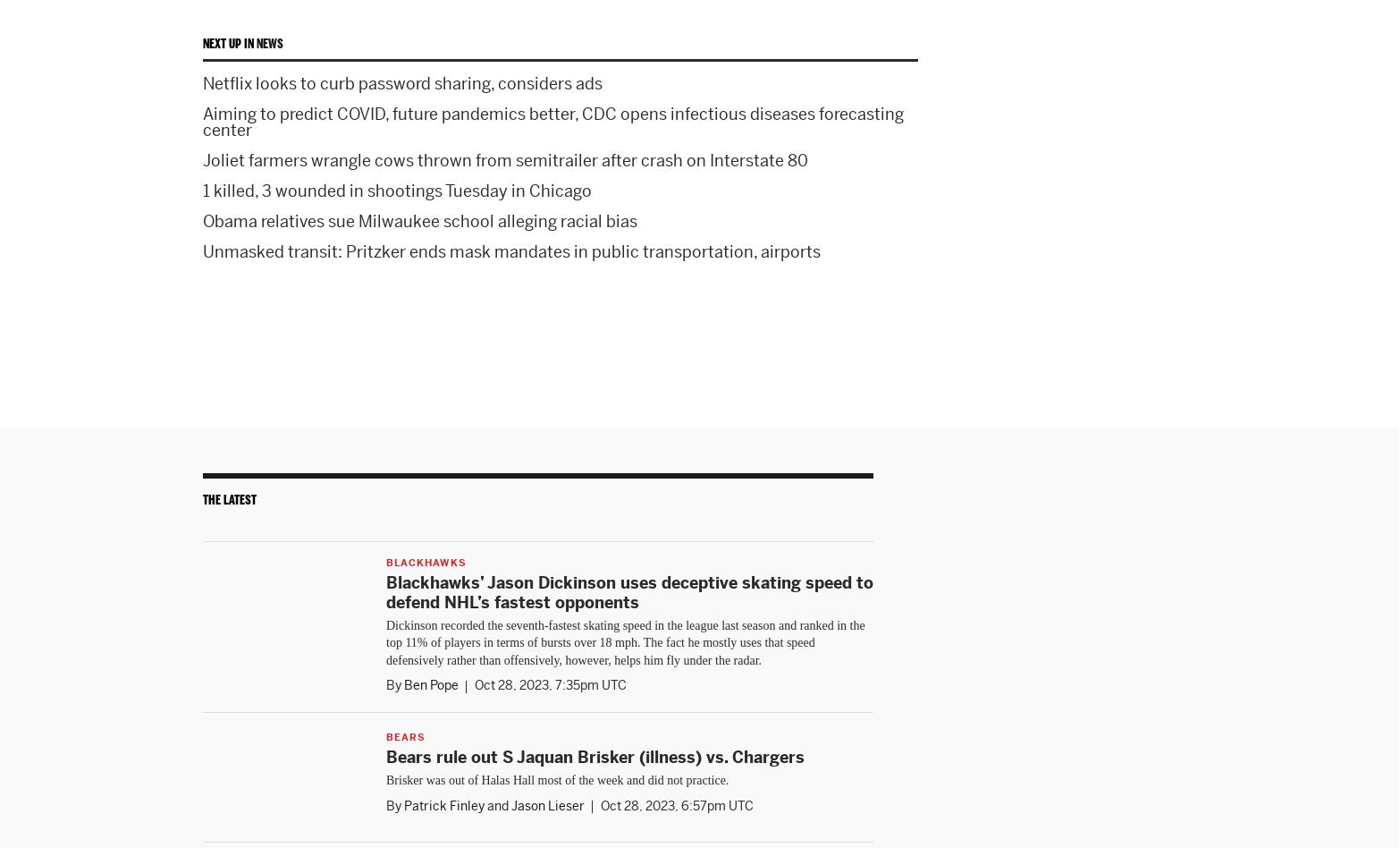 Image resolution: width=1400 pixels, height=848 pixels. Describe the element at coordinates (401, 83) in the screenshot. I see `'Netflix looks to curb password sharing, considers ads'` at that location.